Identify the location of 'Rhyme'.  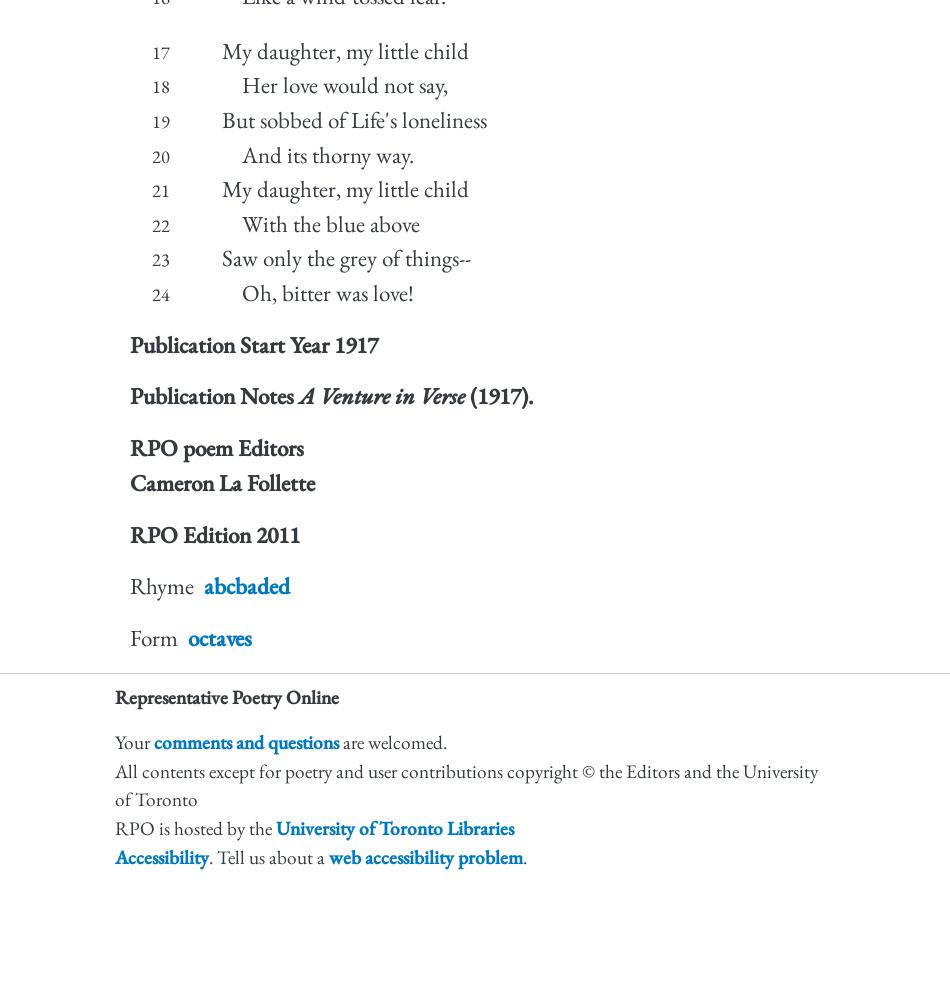
(161, 585).